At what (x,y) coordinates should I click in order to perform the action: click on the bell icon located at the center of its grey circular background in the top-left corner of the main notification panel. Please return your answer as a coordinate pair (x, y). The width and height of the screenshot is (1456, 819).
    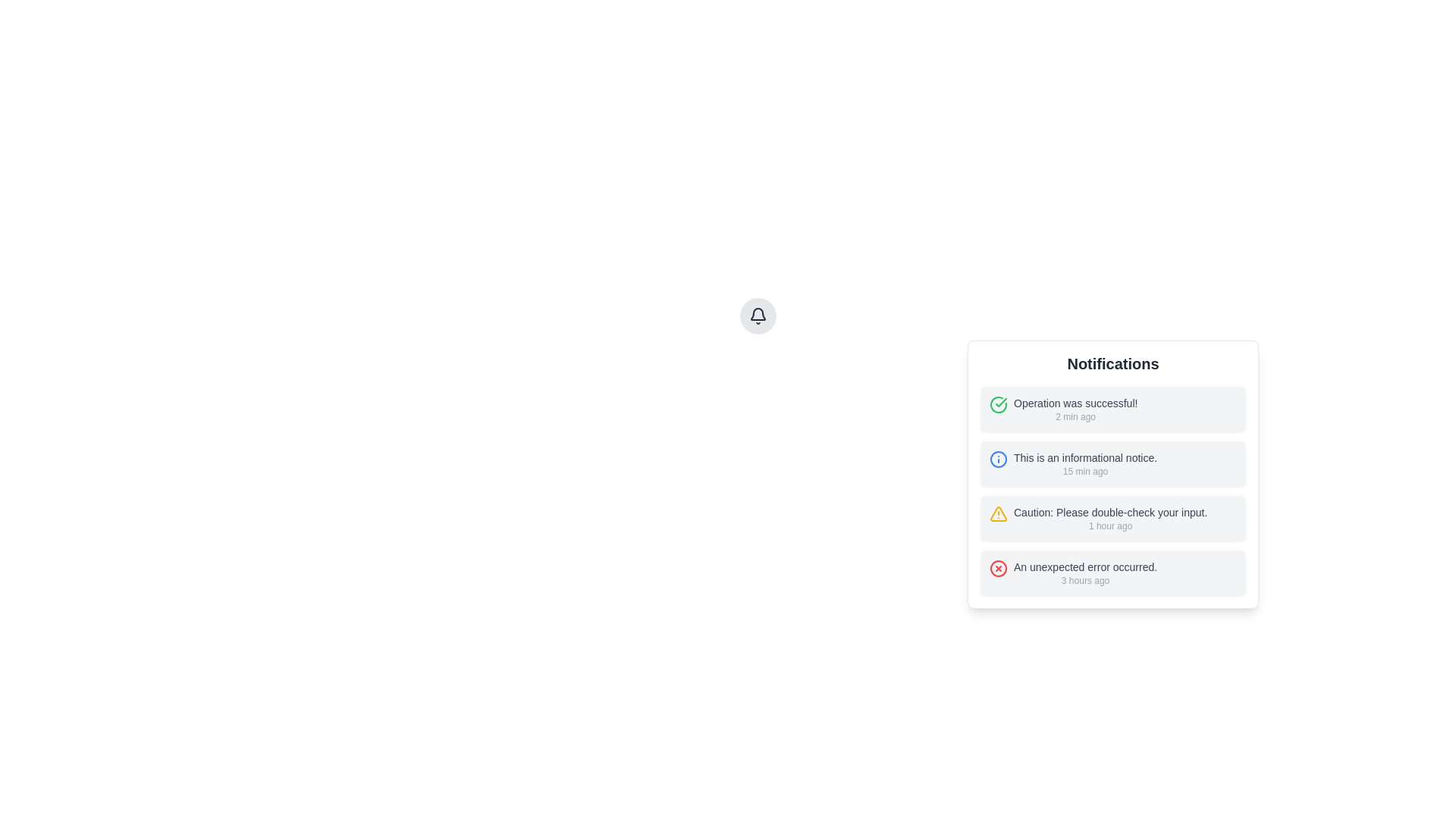
    Looking at the image, I should click on (758, 315).